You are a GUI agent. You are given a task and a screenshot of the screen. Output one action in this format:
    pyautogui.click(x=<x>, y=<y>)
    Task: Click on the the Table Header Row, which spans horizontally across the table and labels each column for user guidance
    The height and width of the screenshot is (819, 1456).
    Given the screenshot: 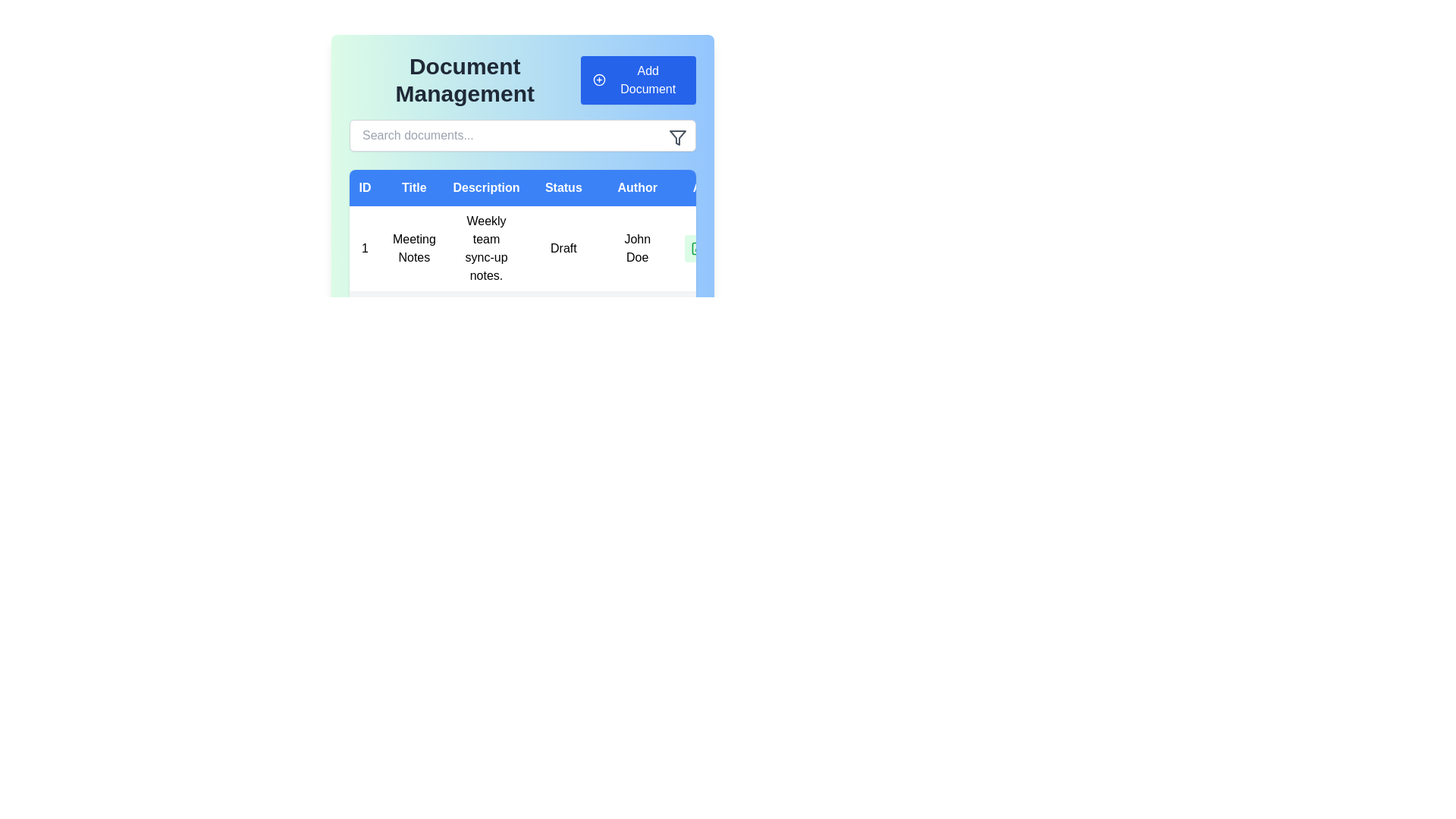 What is the action you would take?
    pyautogui.click(x=552, y=187)
    